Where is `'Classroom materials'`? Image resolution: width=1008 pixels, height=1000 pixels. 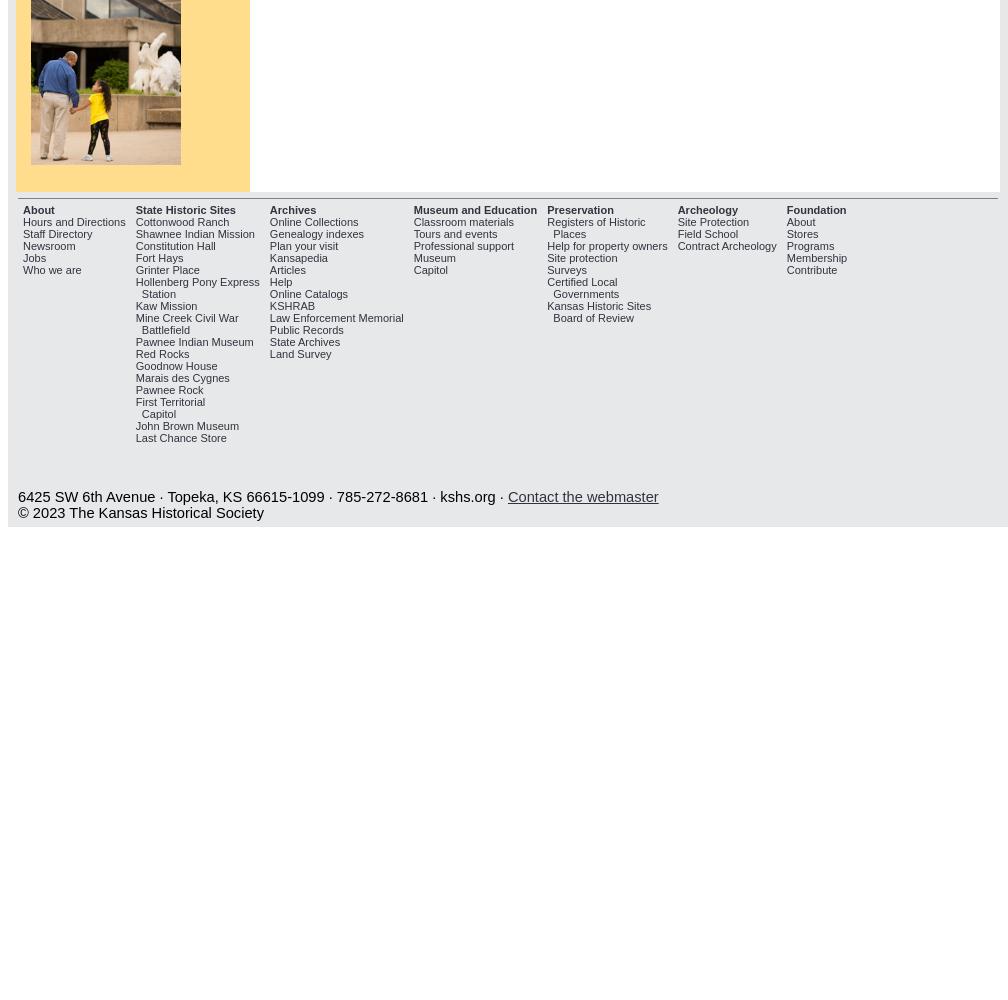
'Classroom materials' is located at coordinates (462, 220).